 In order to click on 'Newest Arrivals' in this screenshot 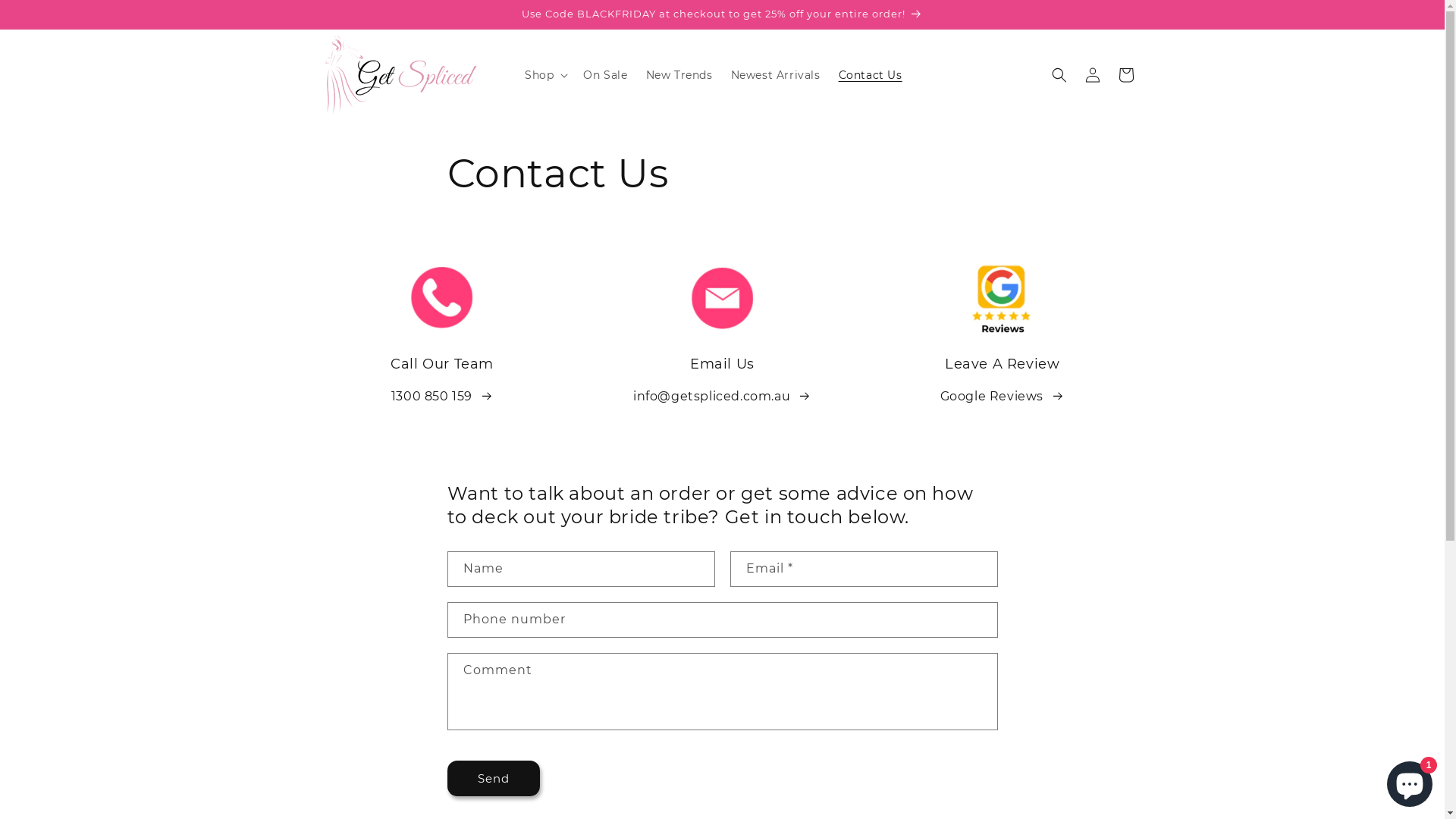, I will do `click(775, 75)`.